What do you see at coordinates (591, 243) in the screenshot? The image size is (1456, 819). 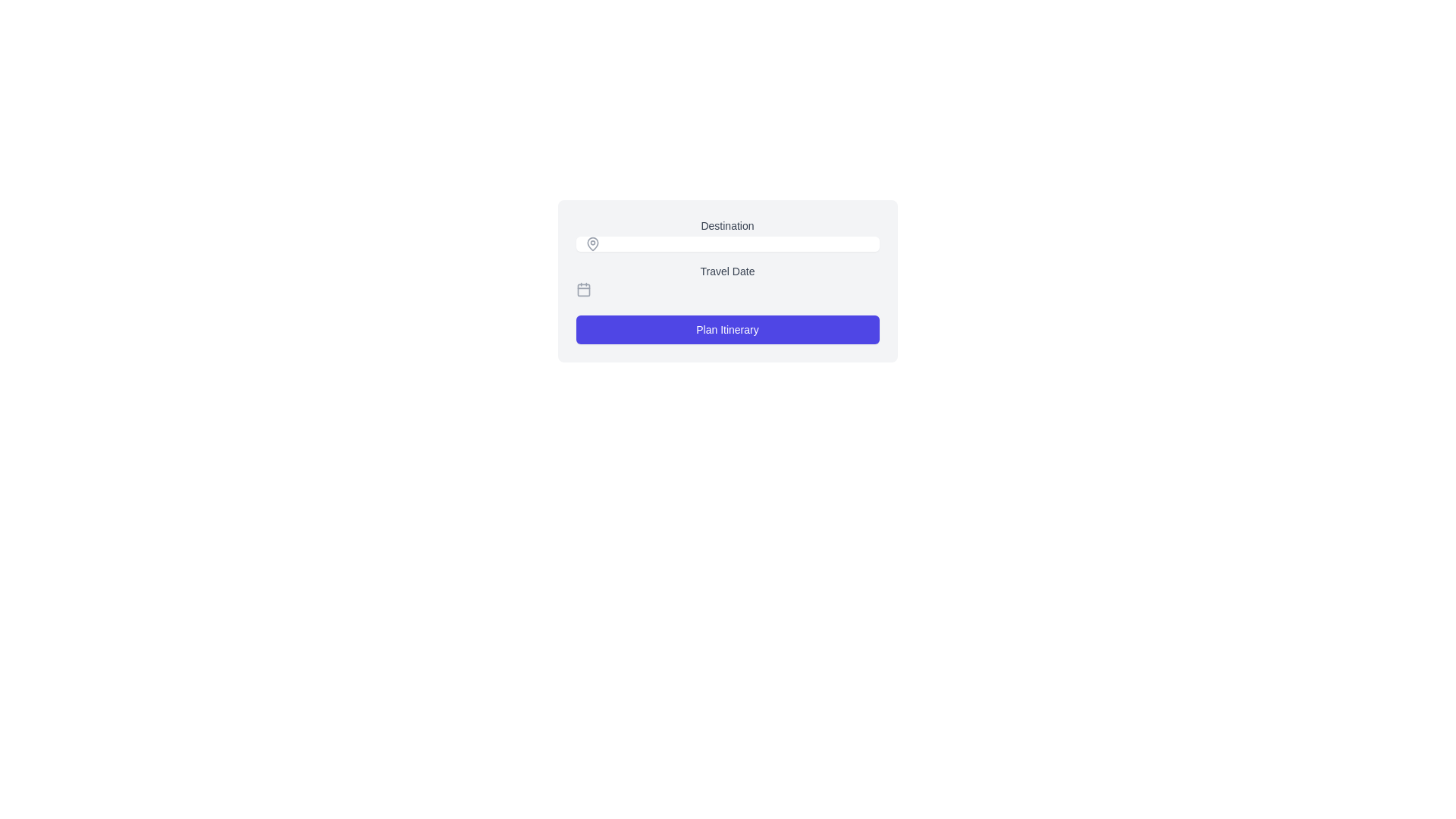 I see `the pin icon located to the left of the 'Destination' input field, which is designed as a gray location marker` at bounding box center [591, 243].